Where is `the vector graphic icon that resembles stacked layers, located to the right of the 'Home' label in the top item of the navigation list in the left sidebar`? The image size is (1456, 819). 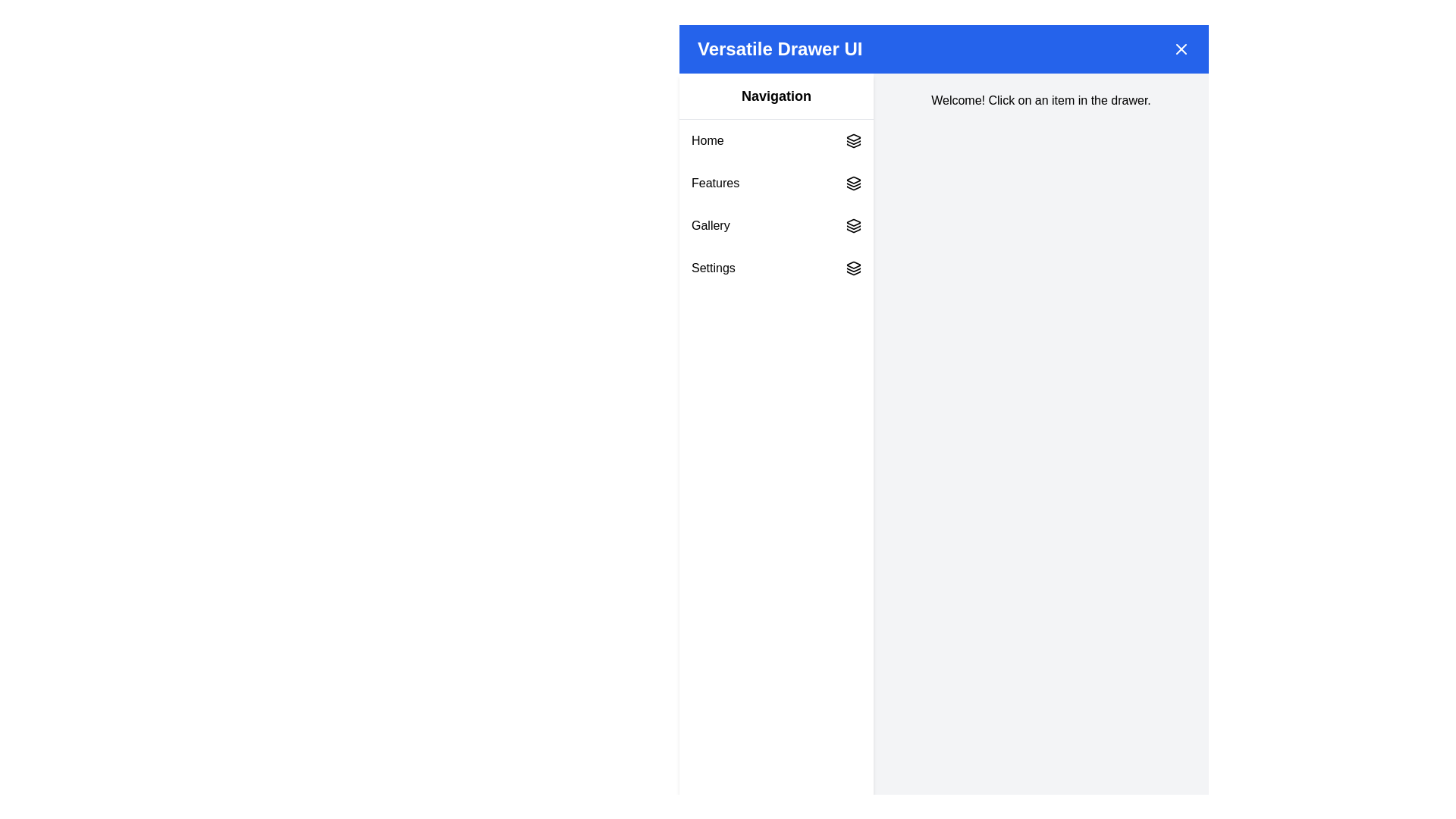
the vector graphic icon that resembles stacked layers, located to the right of the 'Home' label in the top item of the navigation list in the left sidebar is located at coordinates (854, 140).